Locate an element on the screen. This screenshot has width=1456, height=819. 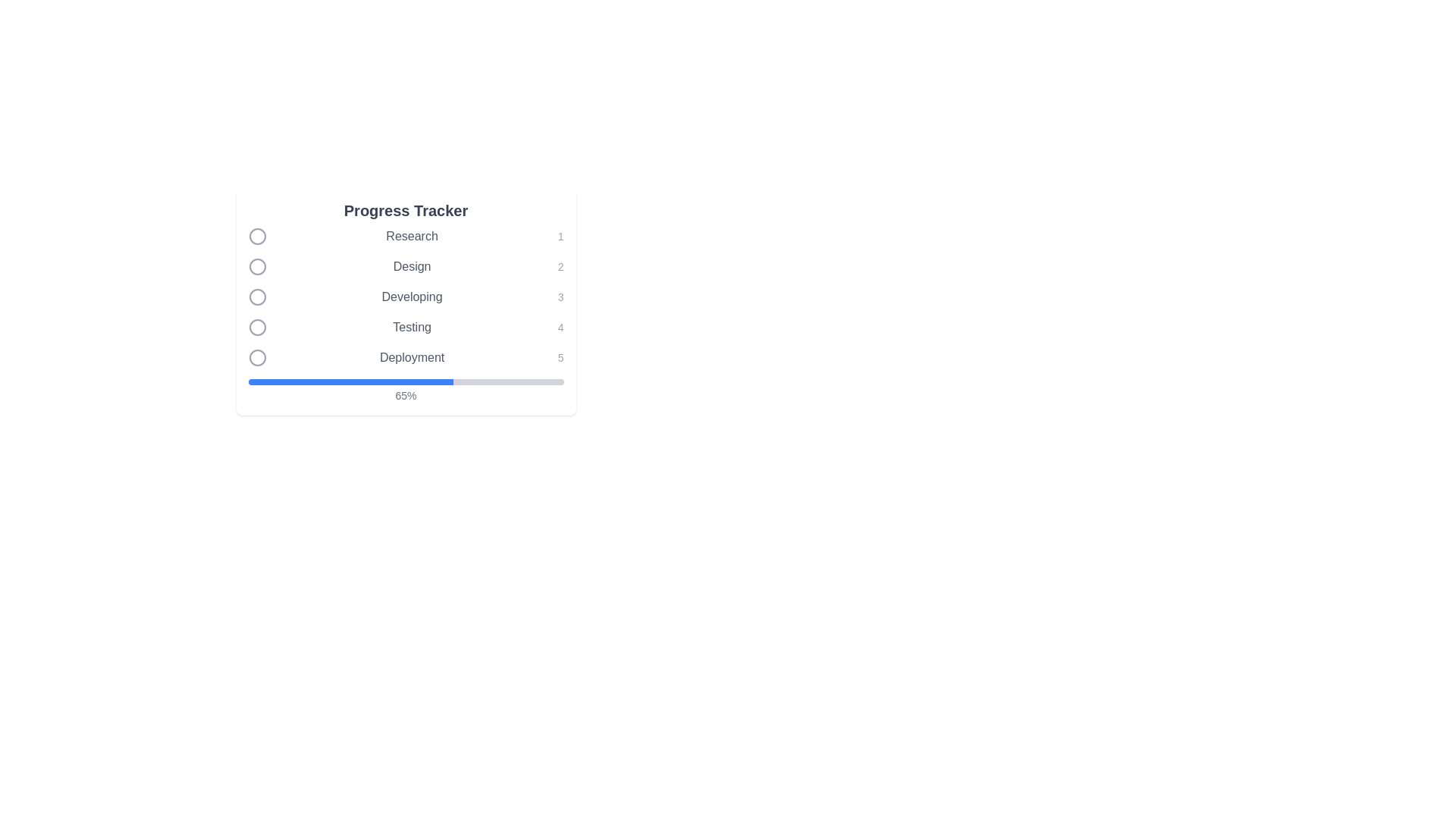
the circular icon that represents the 'Developing' progress label in the progress tracker interface, which is the third item in a vertical list of circular icons is located at coordinates (257, 297).